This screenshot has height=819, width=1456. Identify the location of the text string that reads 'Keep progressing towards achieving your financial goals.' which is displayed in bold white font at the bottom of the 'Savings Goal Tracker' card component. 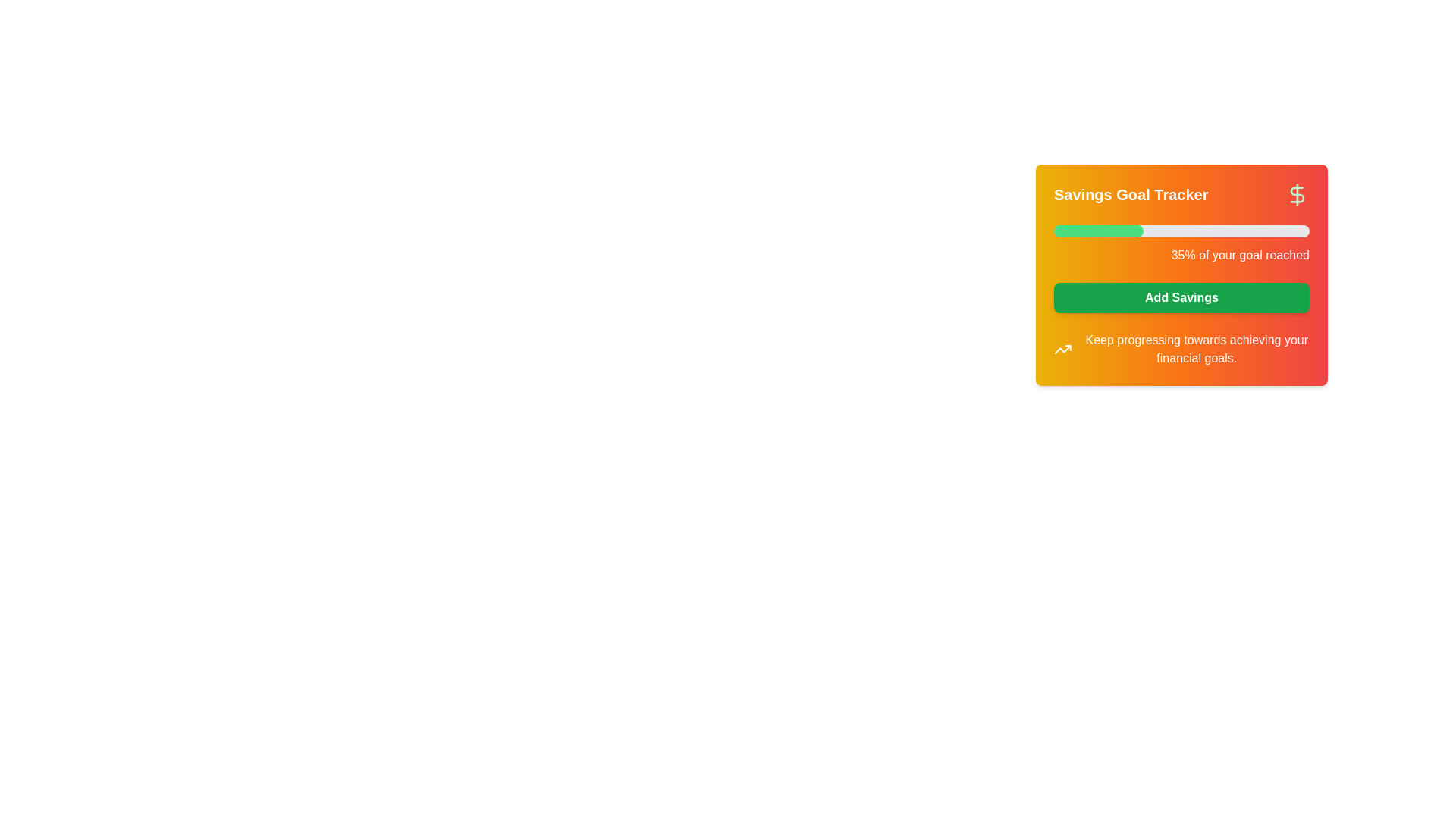
(1196, 350).